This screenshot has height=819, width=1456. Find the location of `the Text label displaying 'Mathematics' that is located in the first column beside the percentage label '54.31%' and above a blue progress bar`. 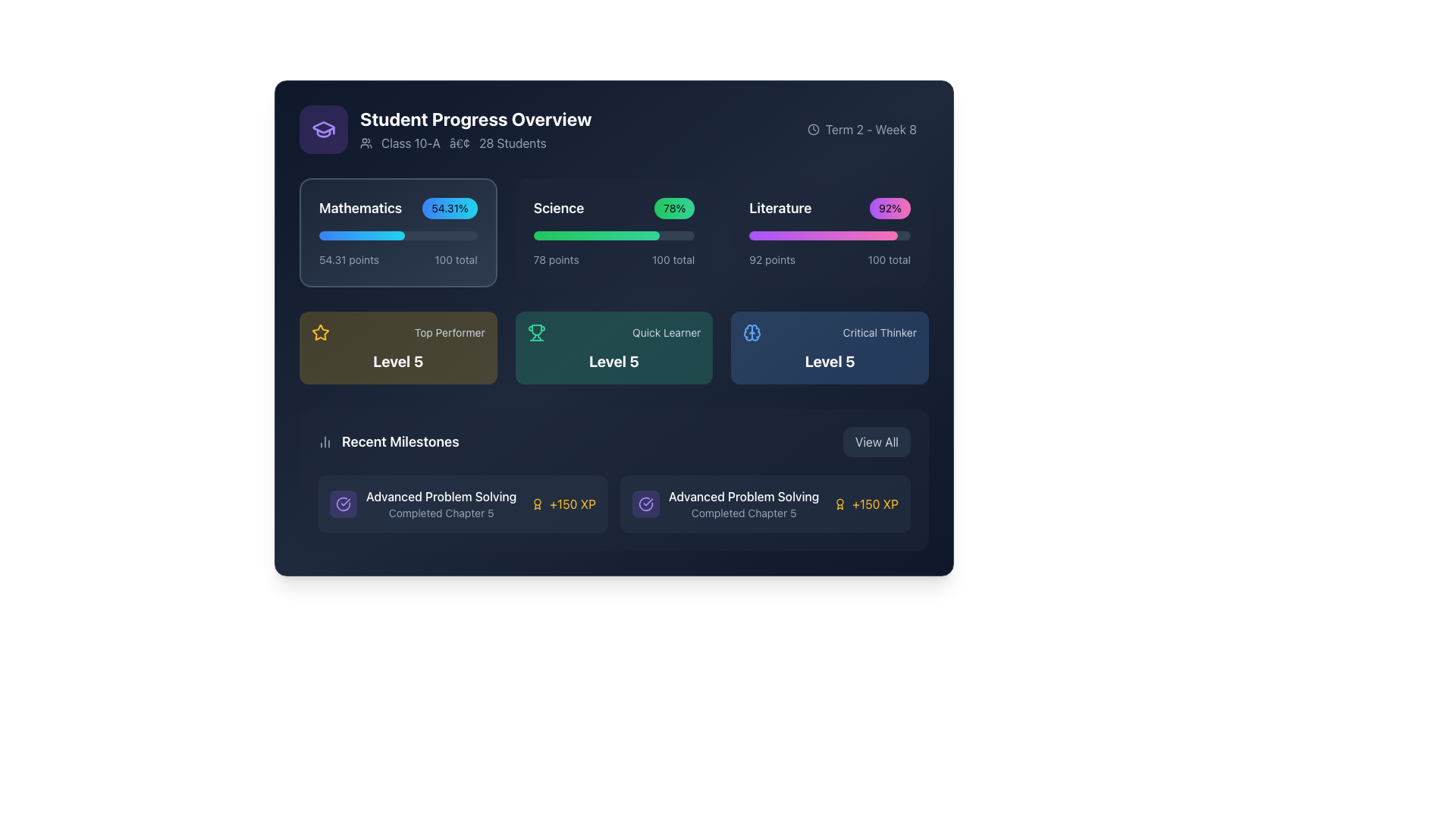

the Text label displaying 'Mathematics' that is located in the first column beside the percentage label '54.31%' and above a blue progress bar is located at coordinates (359, 208).